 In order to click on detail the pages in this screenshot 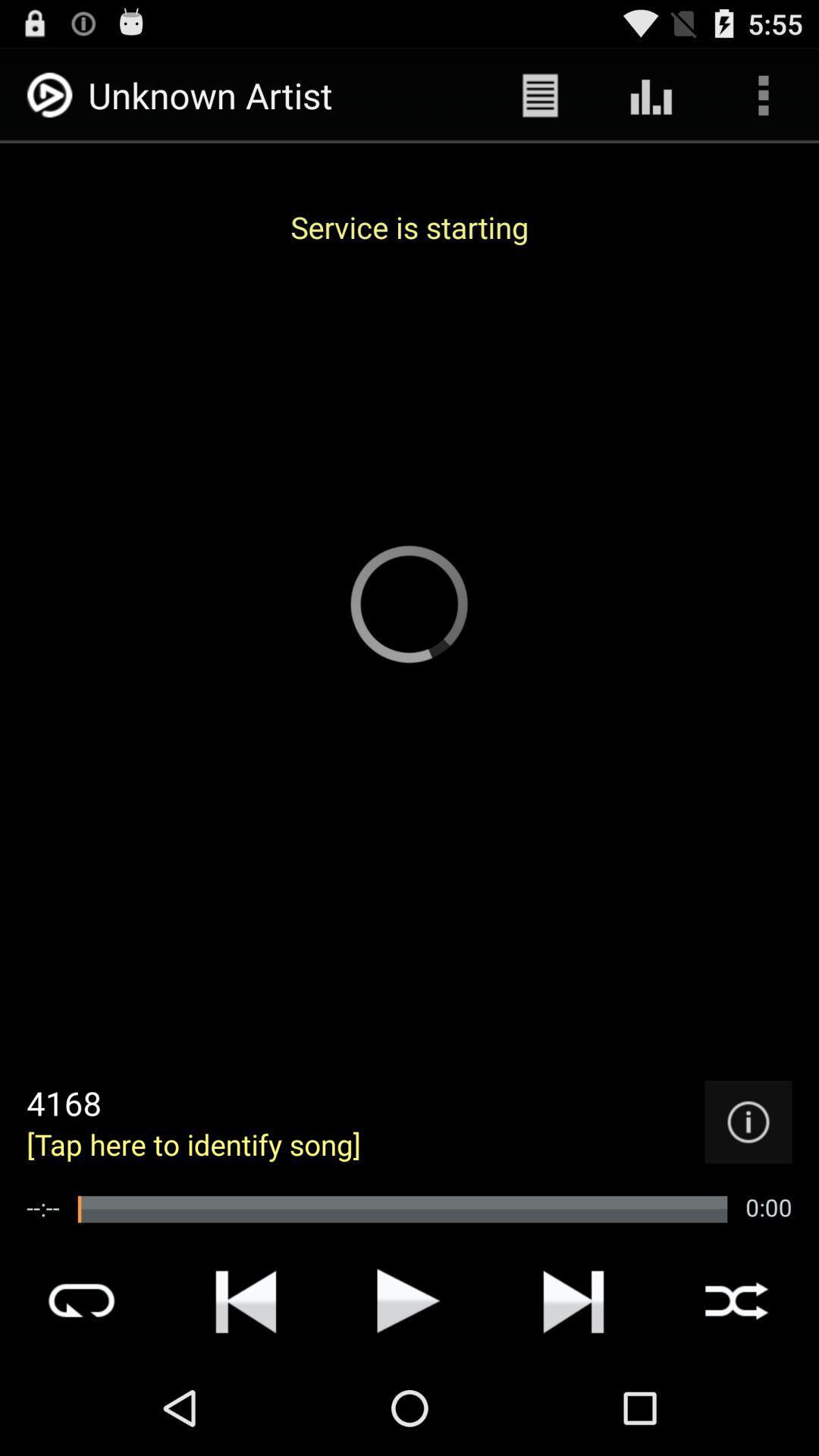, I will do `click(748, 1122)`.